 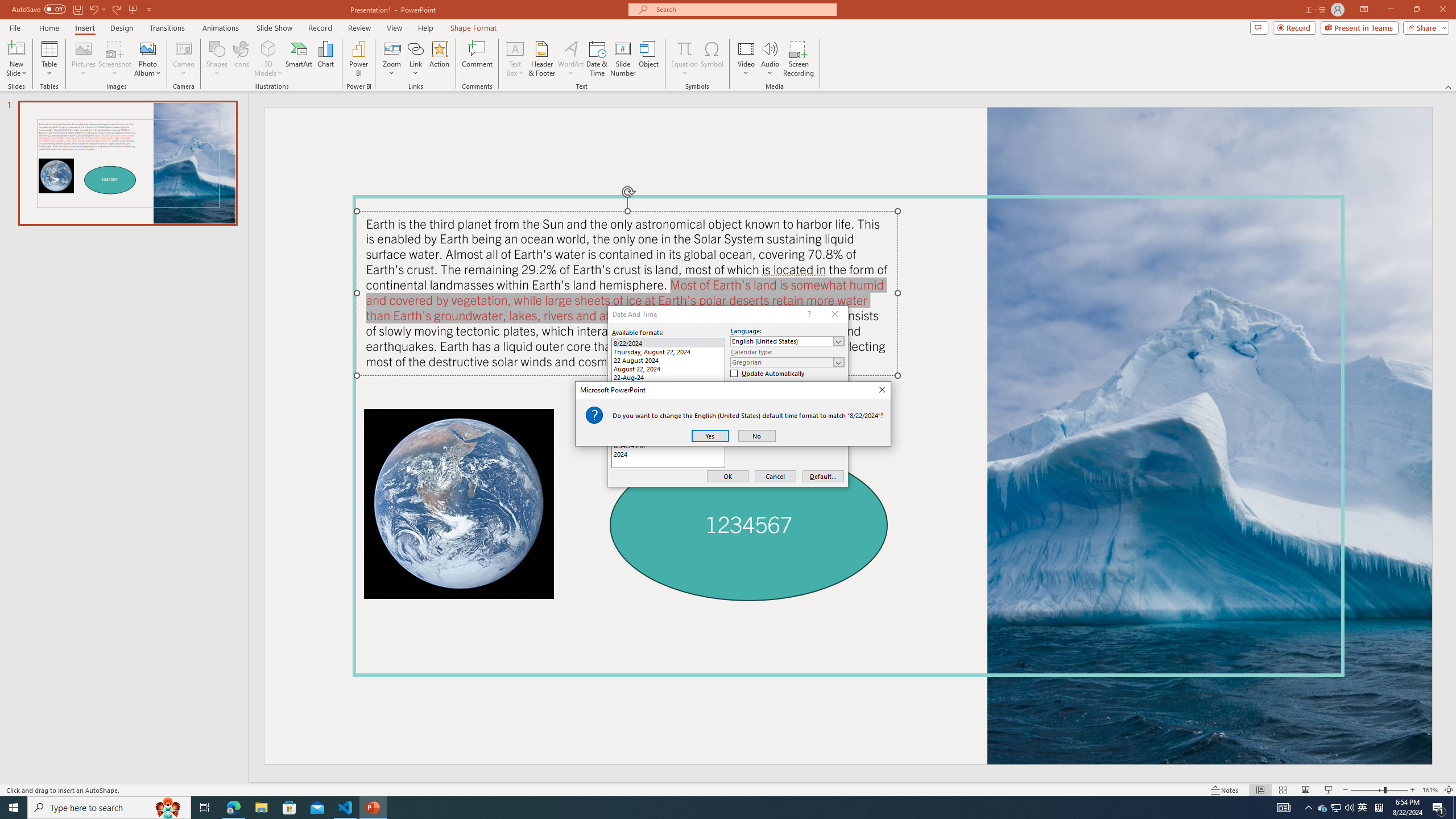 What do you see at coordinates (241, 59) in the screenshot?
I see `'Icons'` at bounding box center [241, 59].